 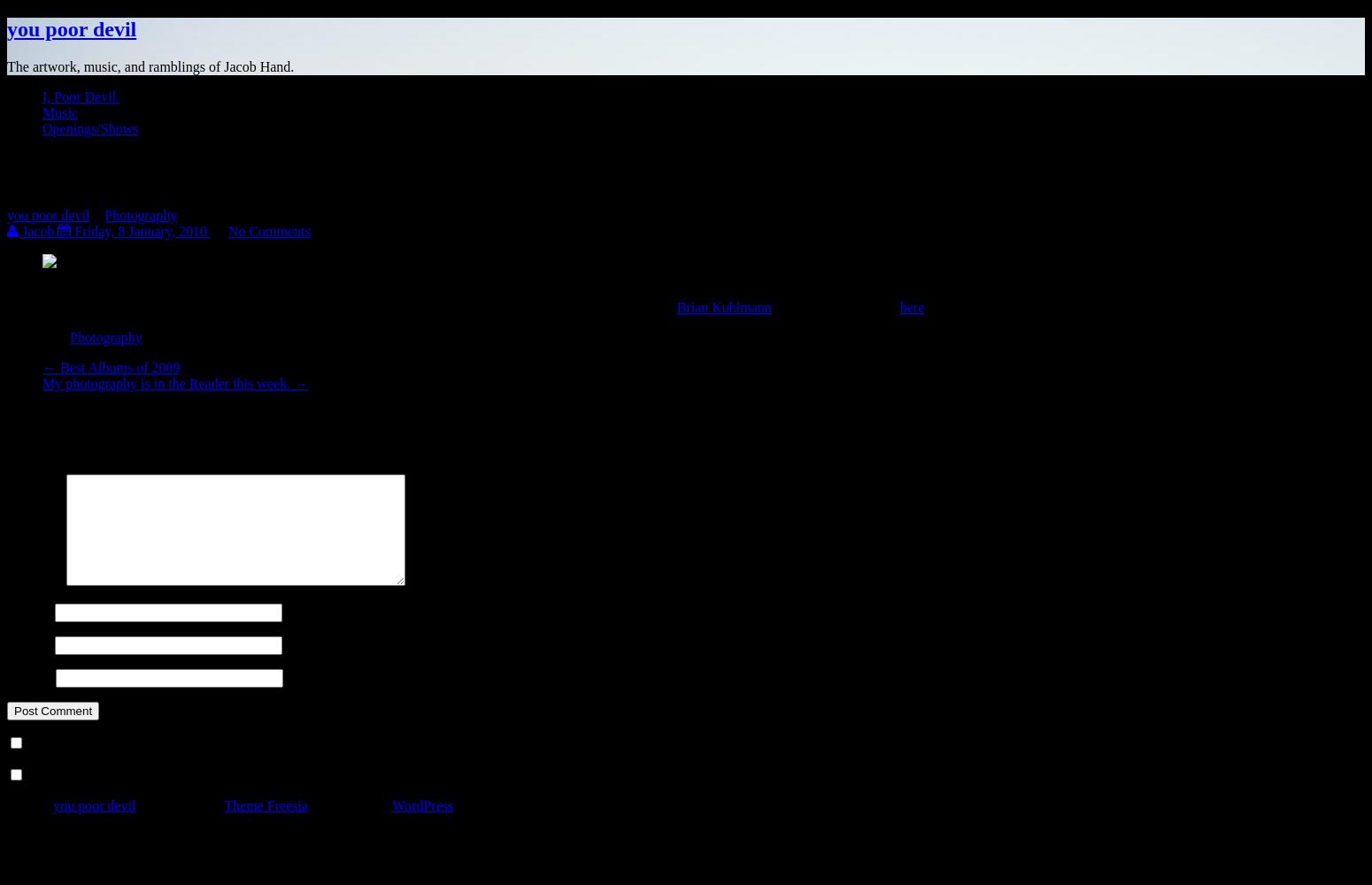 What do you see at coordinates (24, 611) in the screenshot?
I see `'Name'` at bounding box center [24, 611].